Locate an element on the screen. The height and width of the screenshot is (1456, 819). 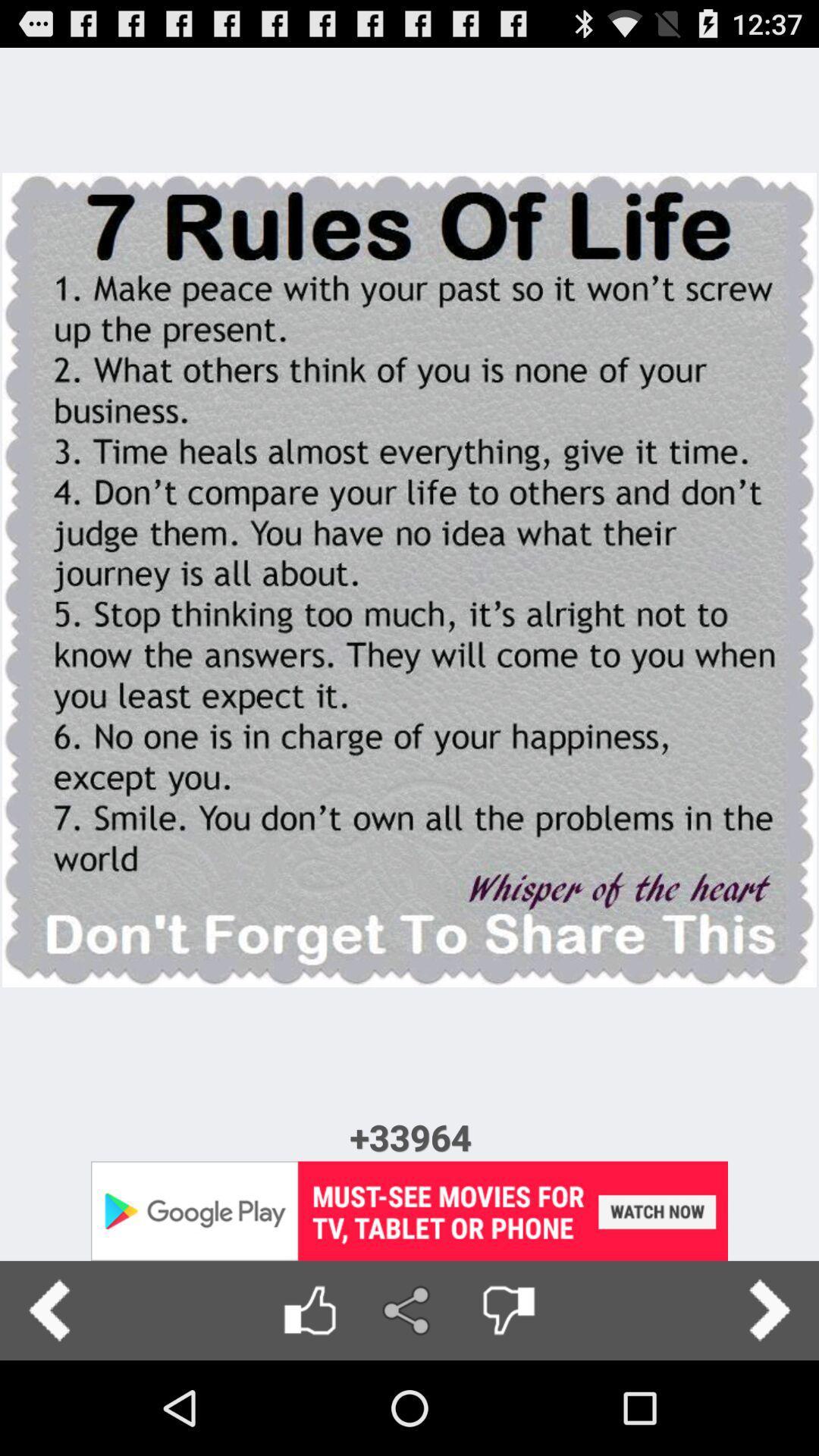
share page is located at coordinates (408, 1310).